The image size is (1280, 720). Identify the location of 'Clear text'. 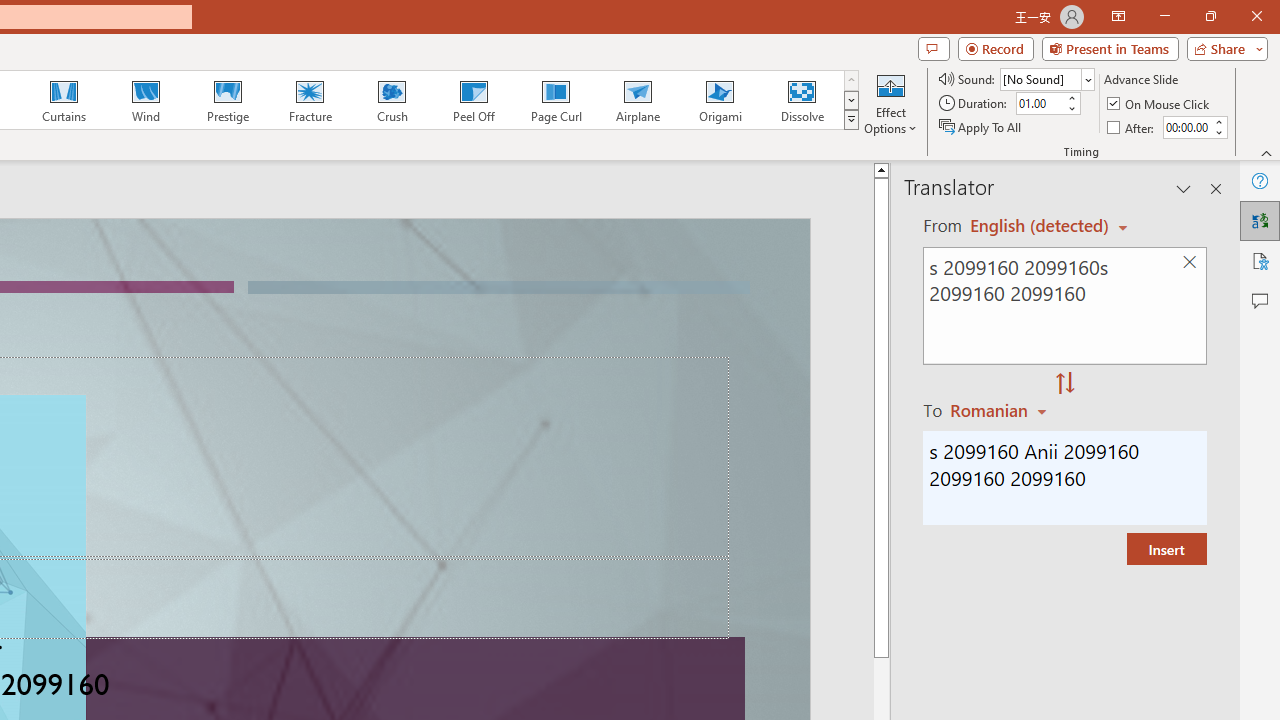
(1189, 262).